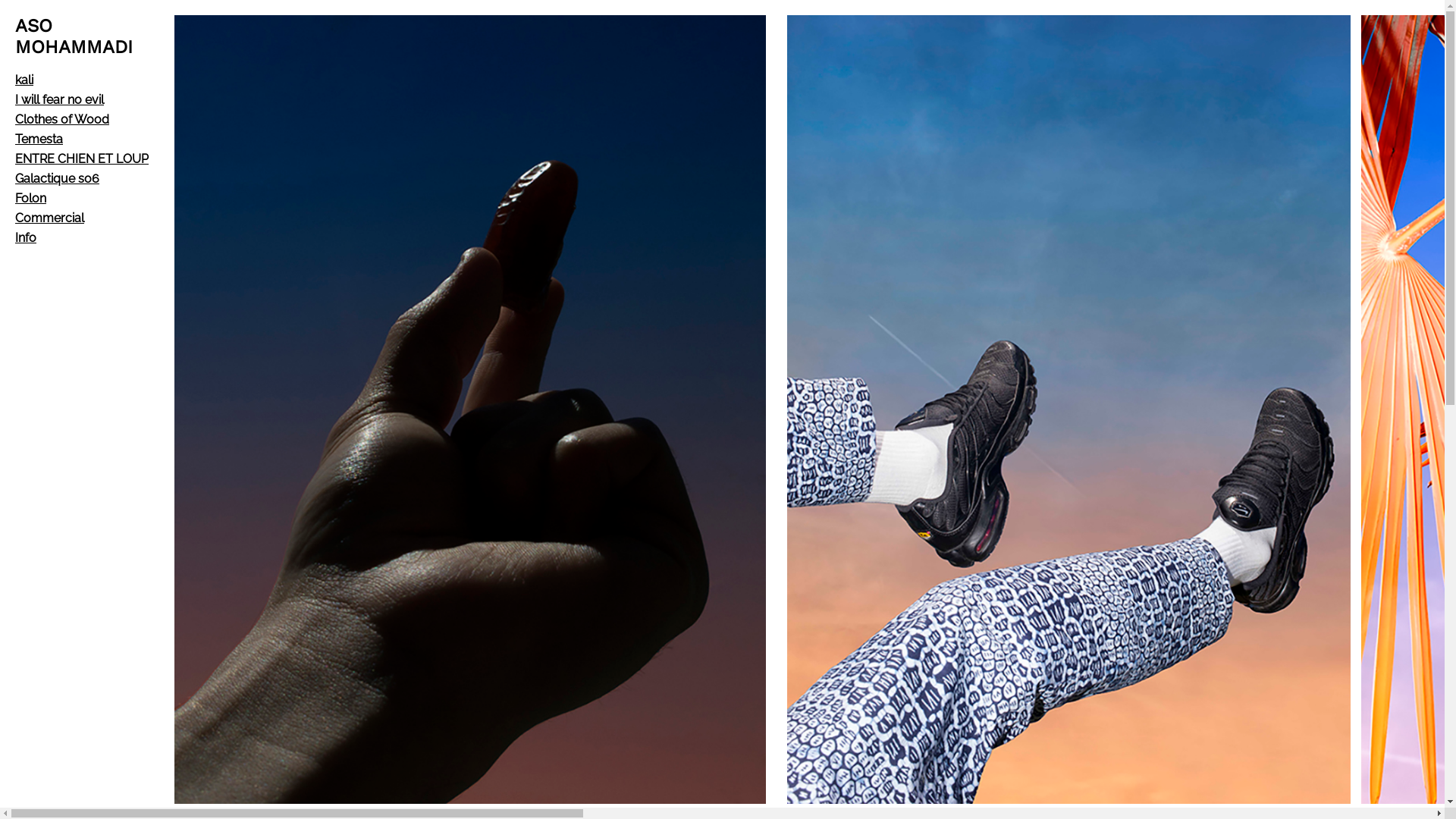 The image size is (1456, 819). Describe the element at coordinates (14, 139) in the screenshot. I see `'Temesta'` at that location.